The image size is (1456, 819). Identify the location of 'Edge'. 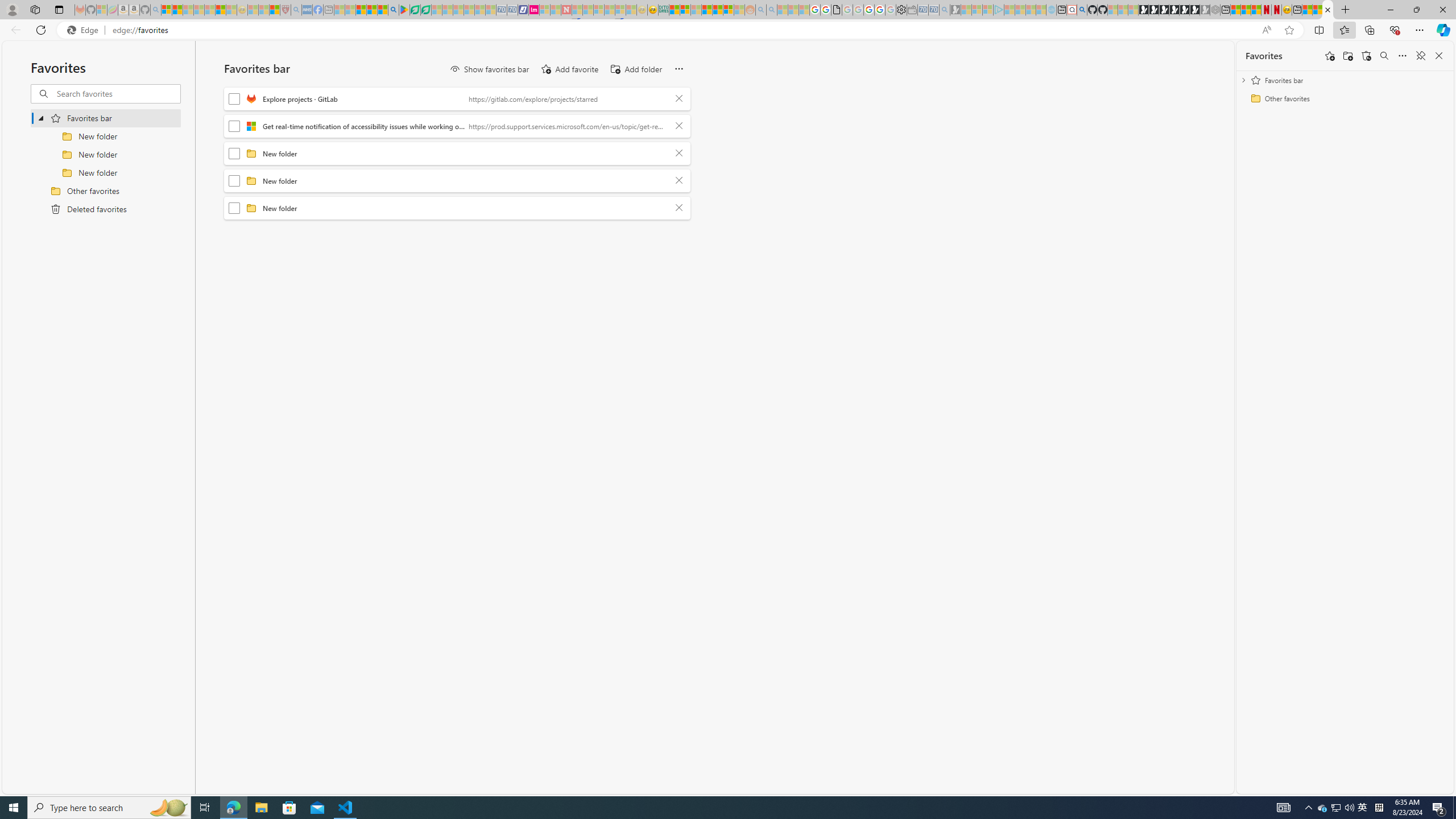
(84, 30).